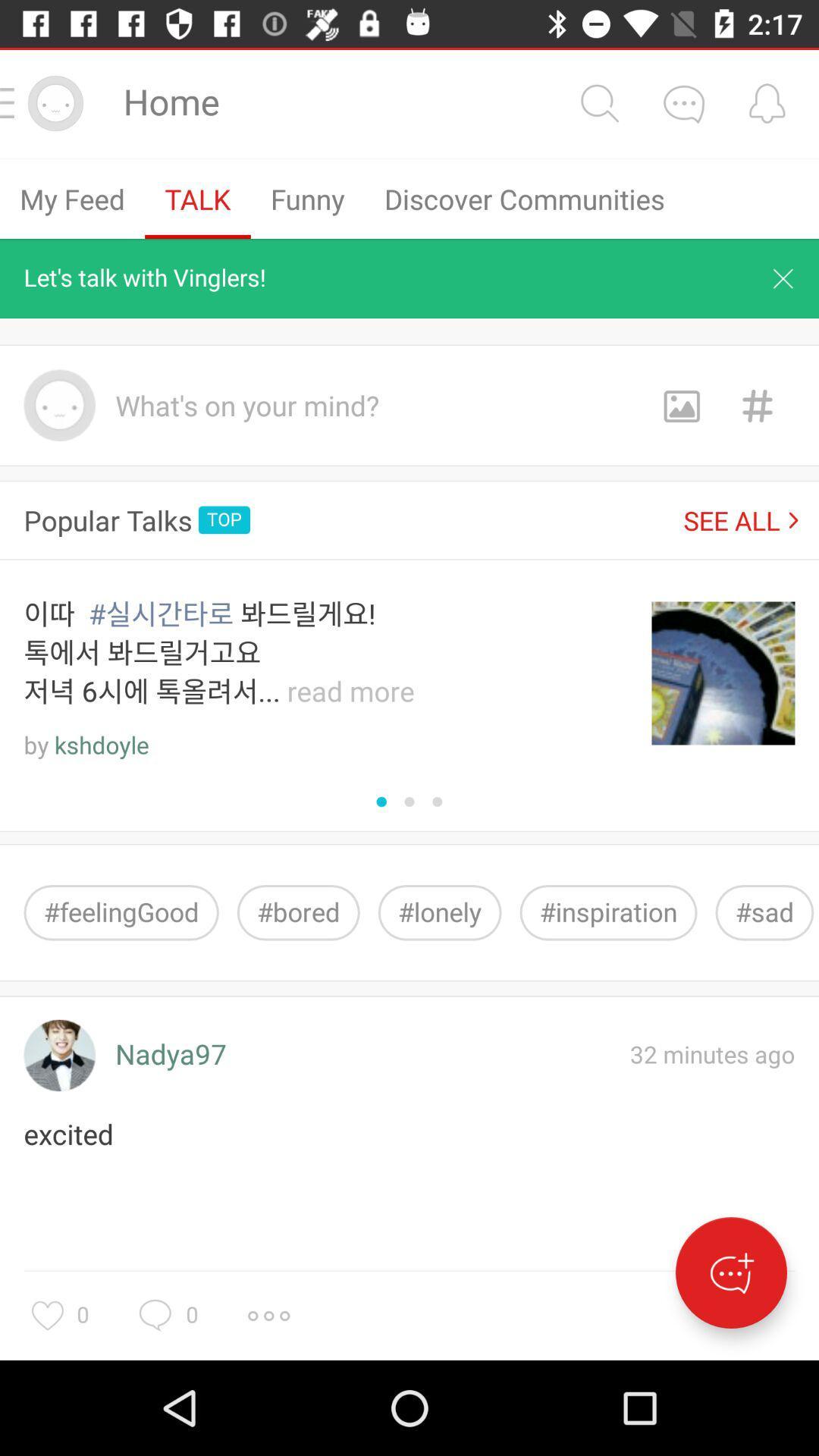 The image size is (819, 1456). I want to click on start a search, so click(598, 102).